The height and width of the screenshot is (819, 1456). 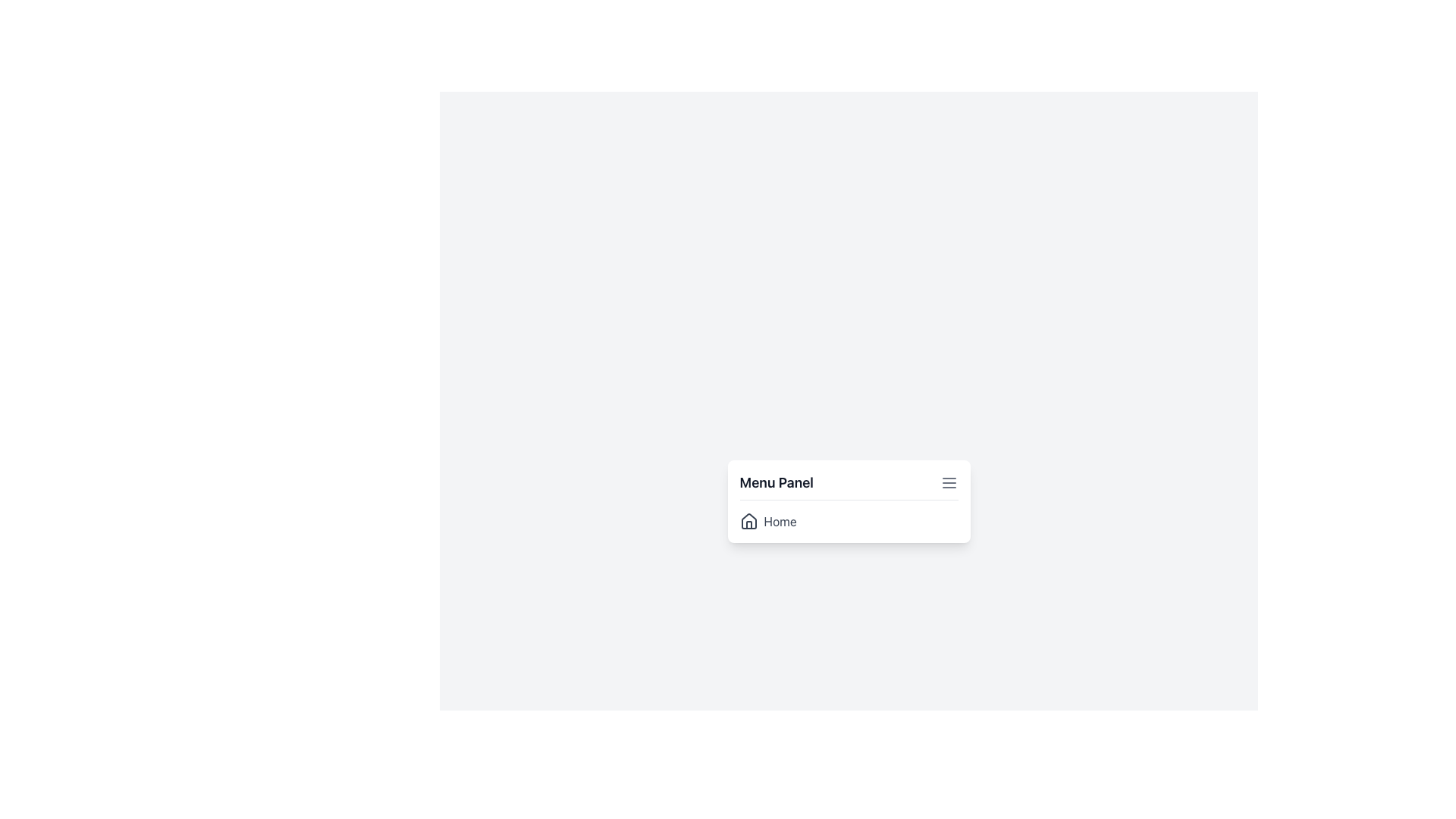 What do you see at coordinates (748, 519) in the screenshot?
I see `the house icon in the menu panel, which is styled with a dark outline and includes a triangular roof and rectangular base, located under the 'Home' entry` at bounding box center [748, 519].